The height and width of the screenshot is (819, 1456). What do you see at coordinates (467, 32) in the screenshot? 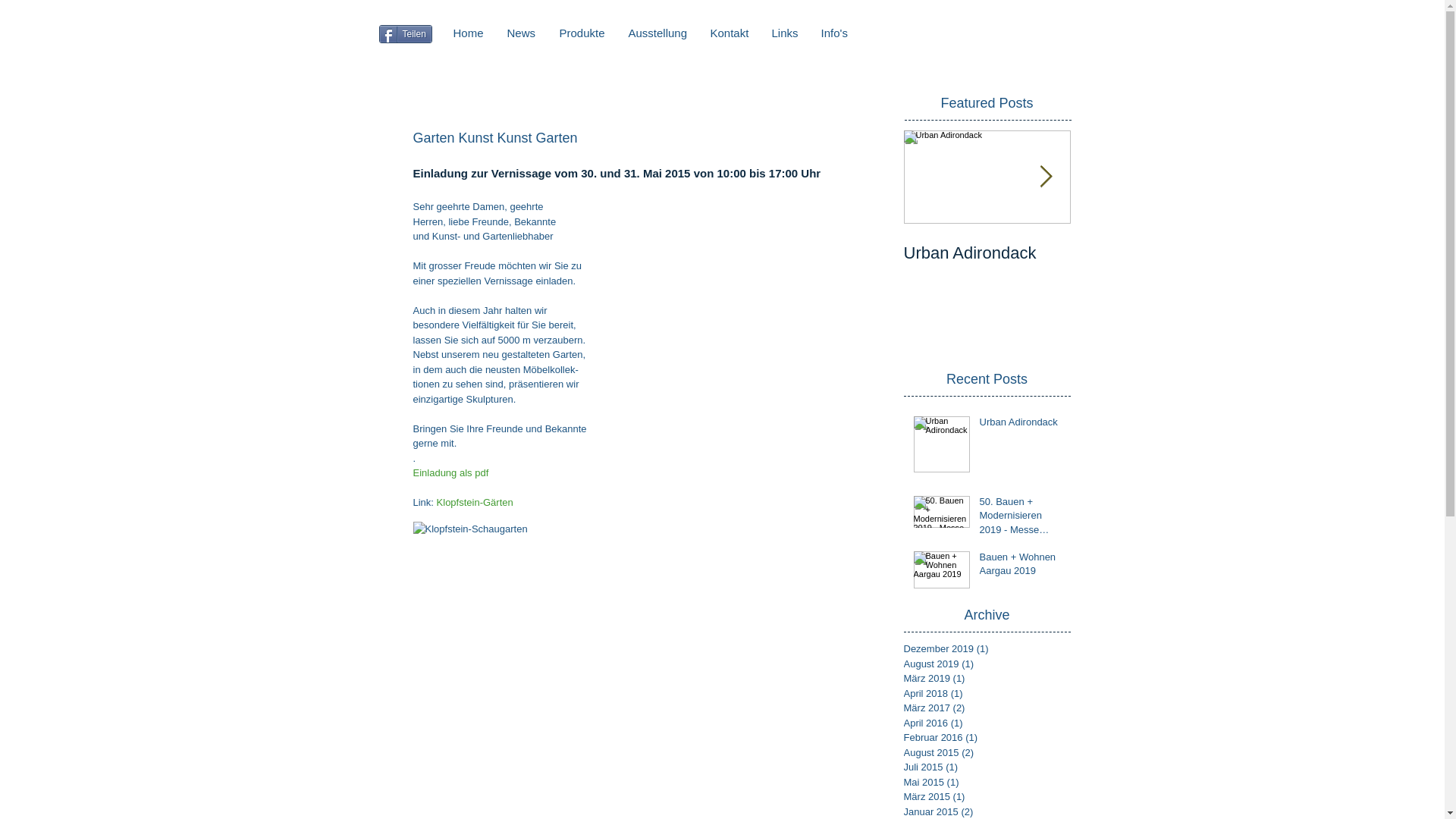
I see `'Home'` at bounding box center [467, 32].